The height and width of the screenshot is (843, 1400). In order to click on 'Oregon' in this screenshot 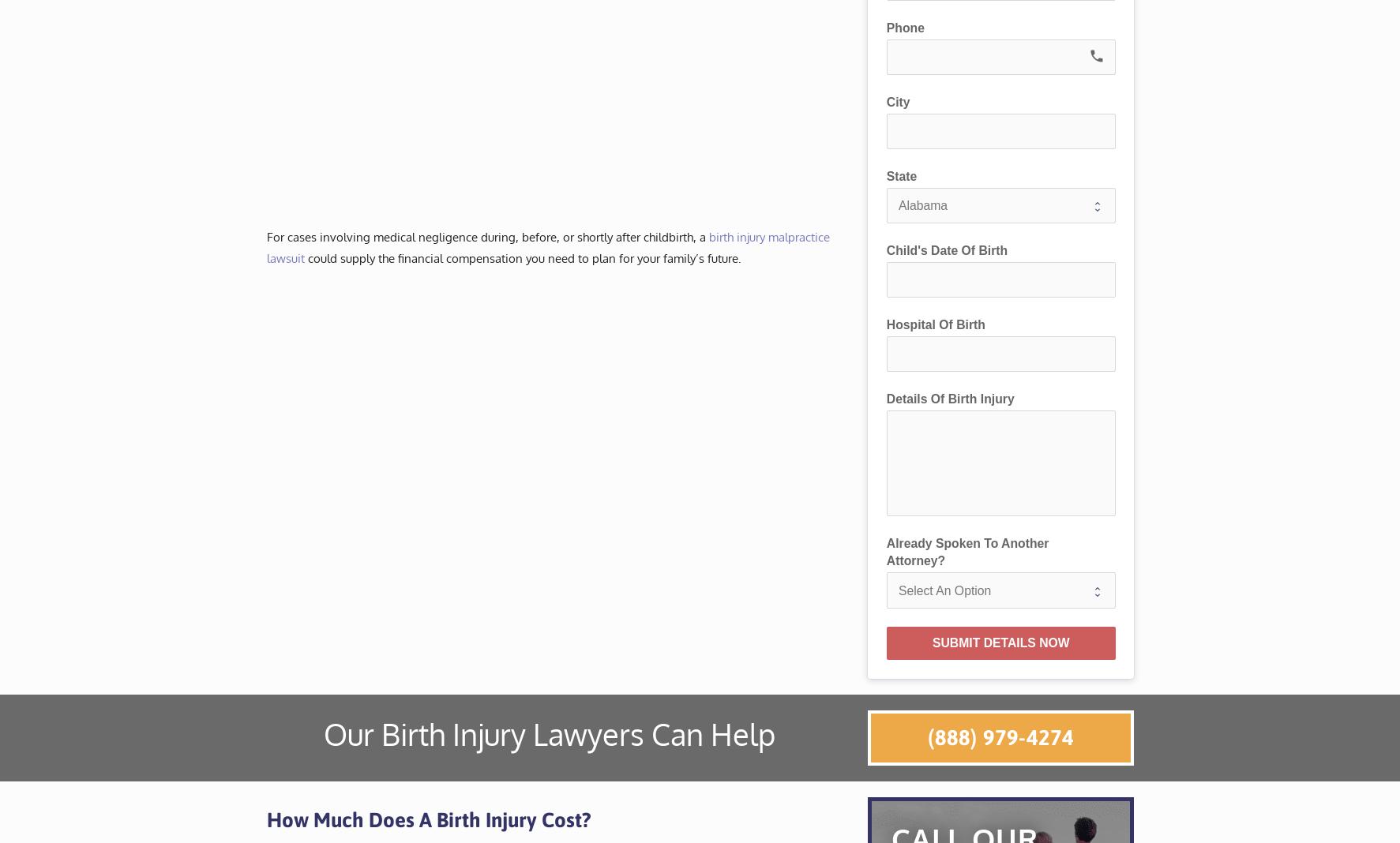, I will do `click(708, 582)`.